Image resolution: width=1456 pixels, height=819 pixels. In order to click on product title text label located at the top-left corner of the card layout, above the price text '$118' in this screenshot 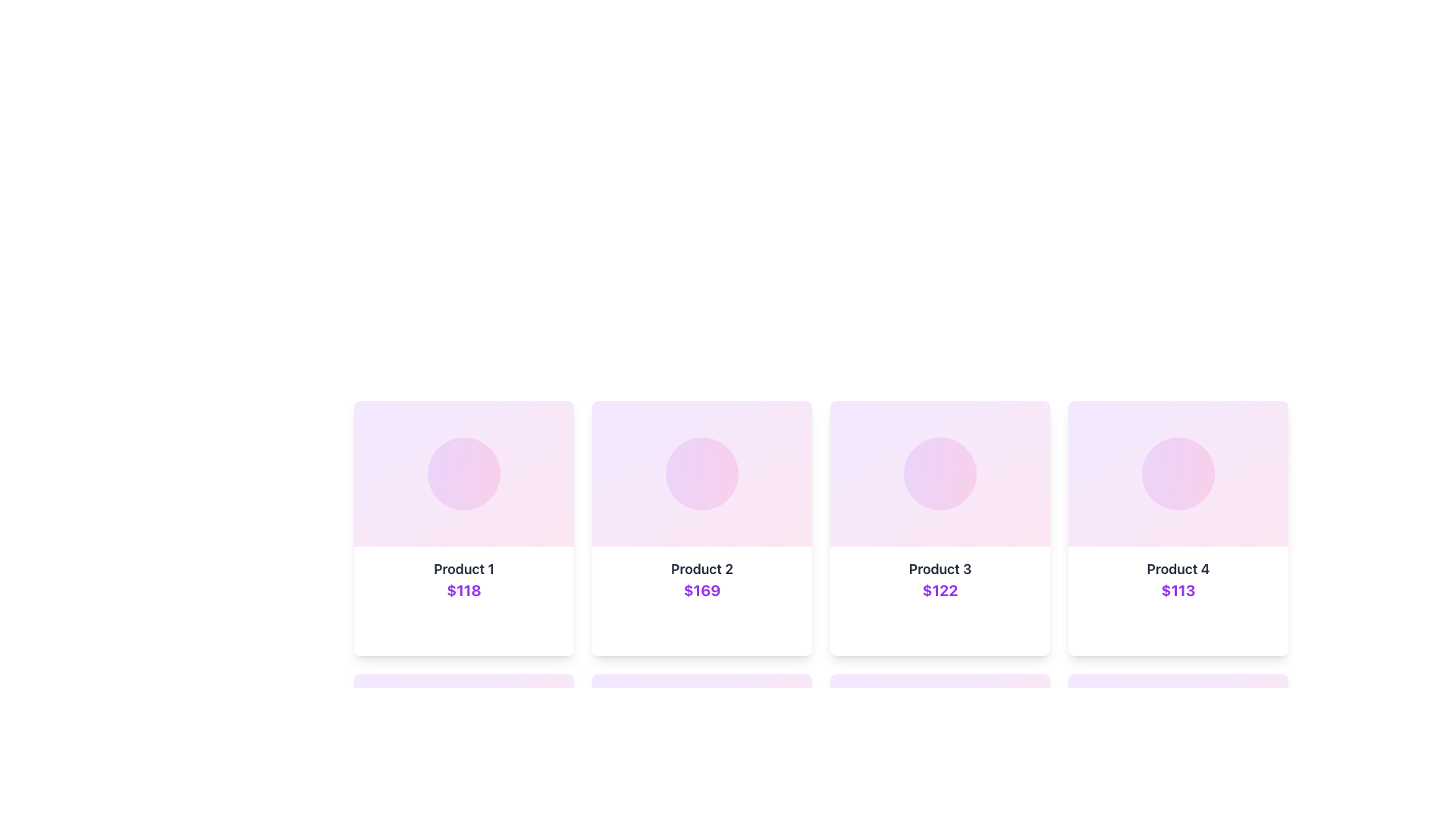, I will do `click(463, 570)`.